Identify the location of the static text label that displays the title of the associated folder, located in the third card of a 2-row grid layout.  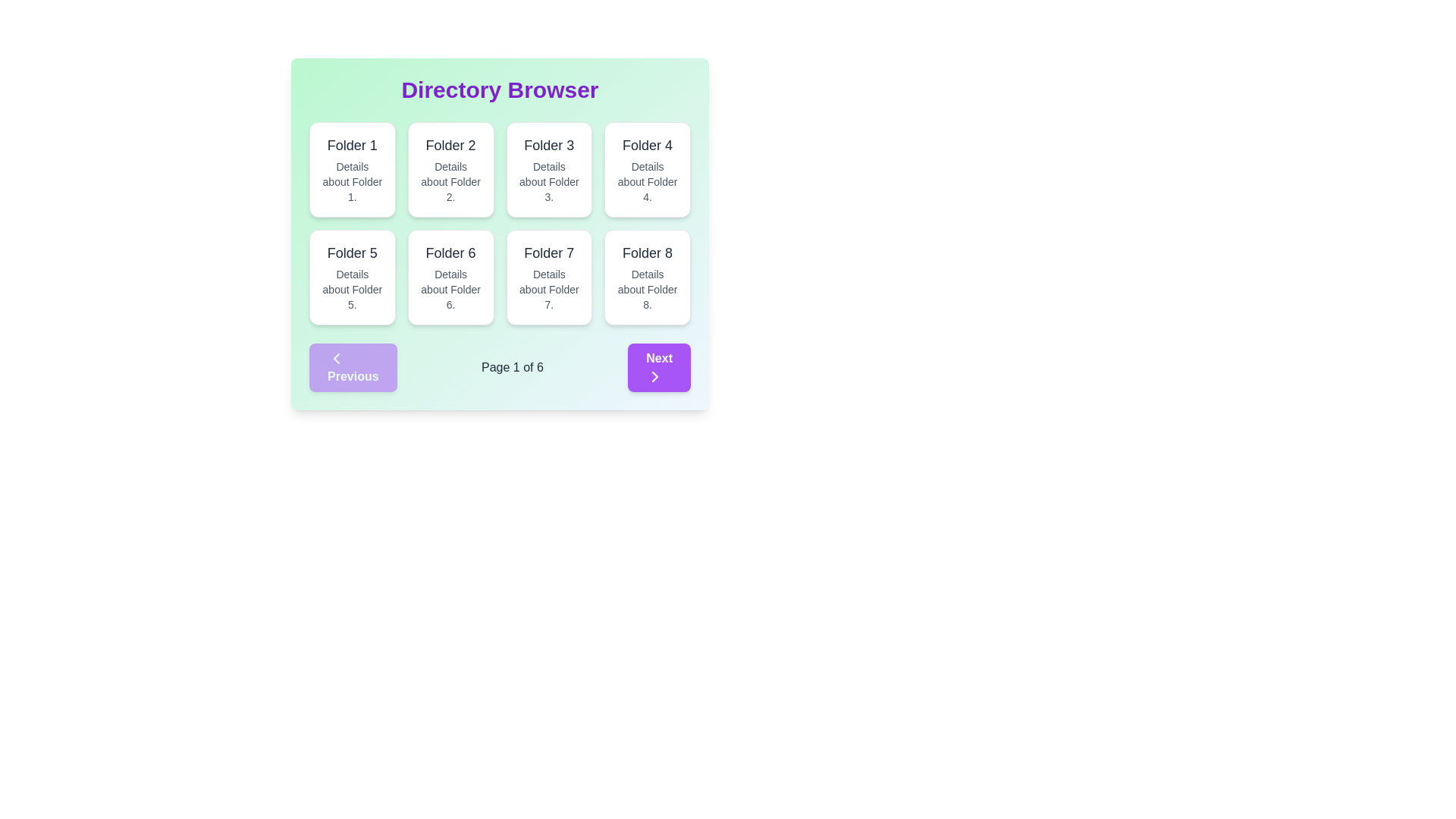
(548, 146).